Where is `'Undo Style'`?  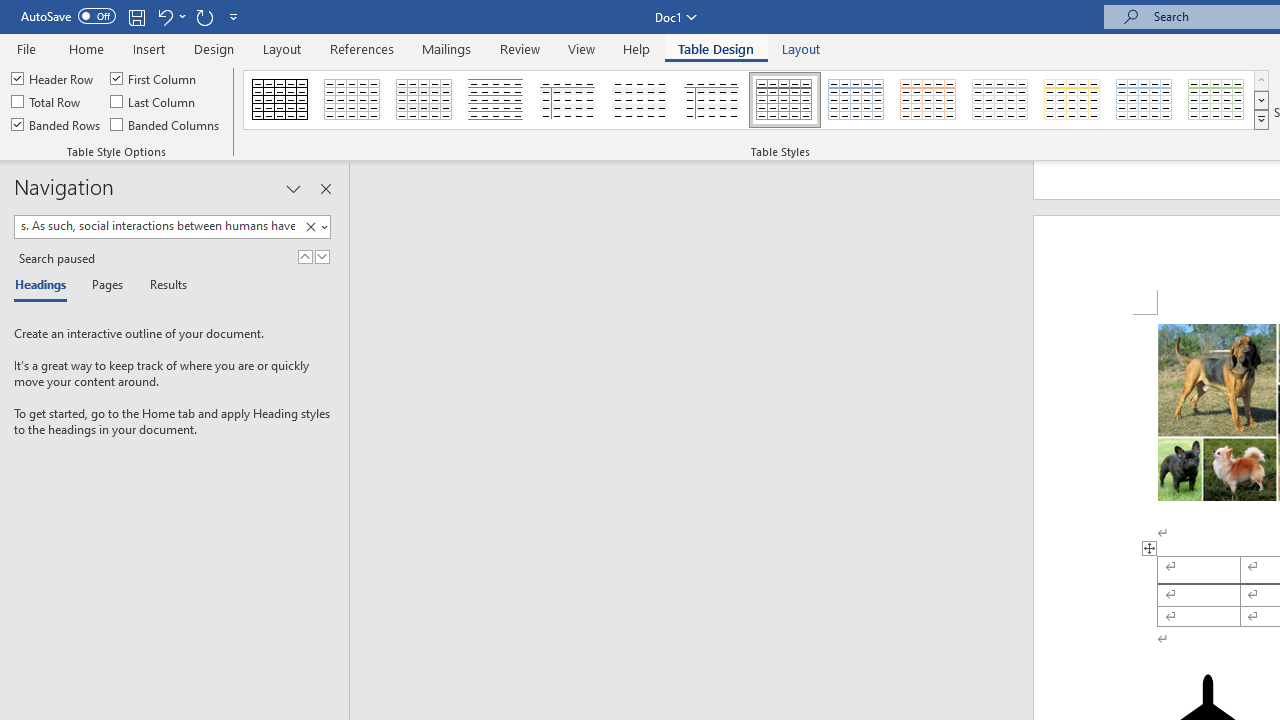
'Undo Style' is located at coordinates (164, 16).